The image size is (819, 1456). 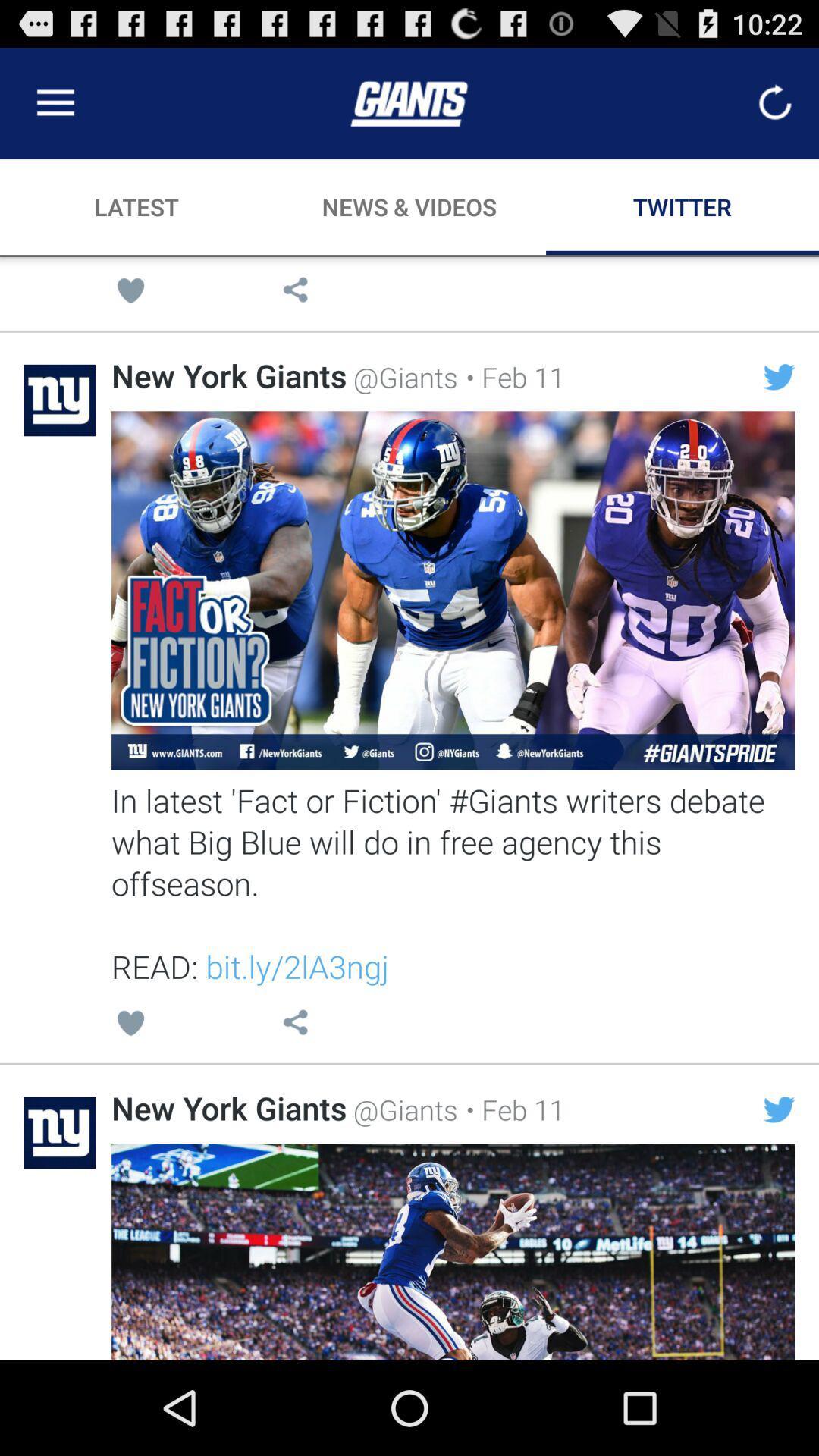 What do you see at coordinates (452, 883) in the screenshot?
I see `the in latest fact item` at bounding box center [452, 883].